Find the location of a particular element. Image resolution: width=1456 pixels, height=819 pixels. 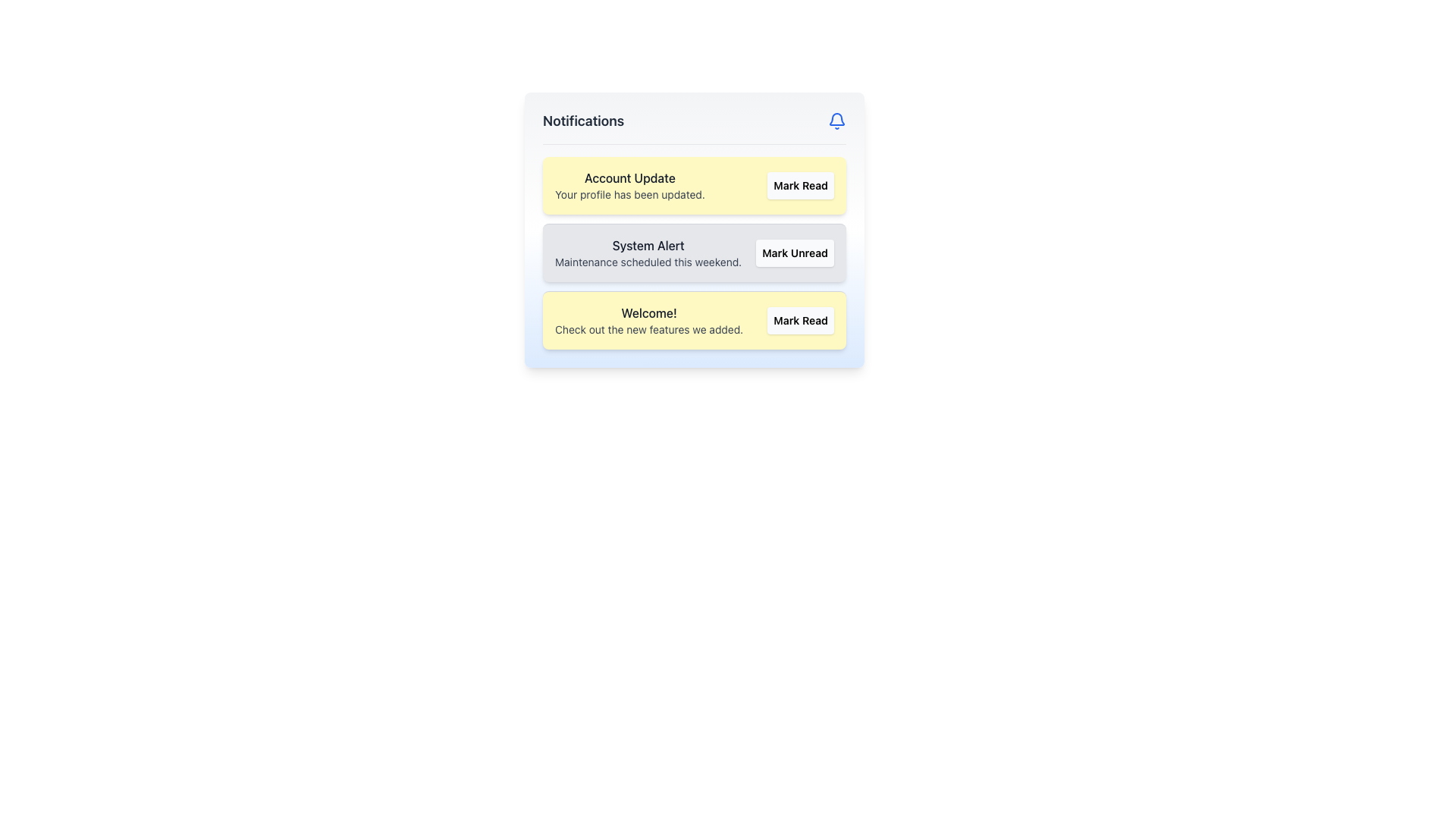

the button on the right side of the notification item titled 'Account Update' to mark the notification as read is located at coordinates (800, 185).